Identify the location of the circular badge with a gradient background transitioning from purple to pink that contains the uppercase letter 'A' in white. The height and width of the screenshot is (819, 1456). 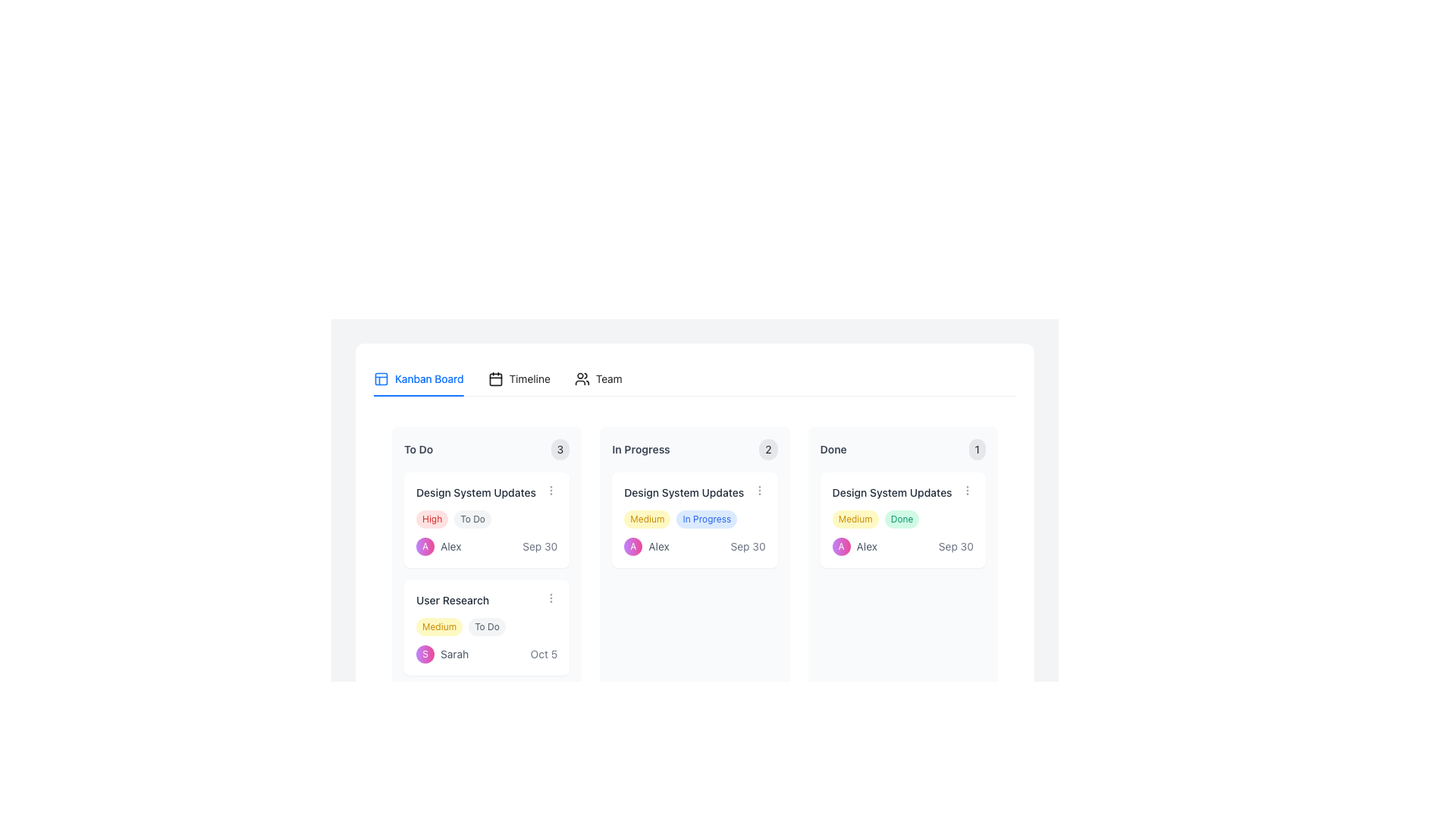
(840, 547).